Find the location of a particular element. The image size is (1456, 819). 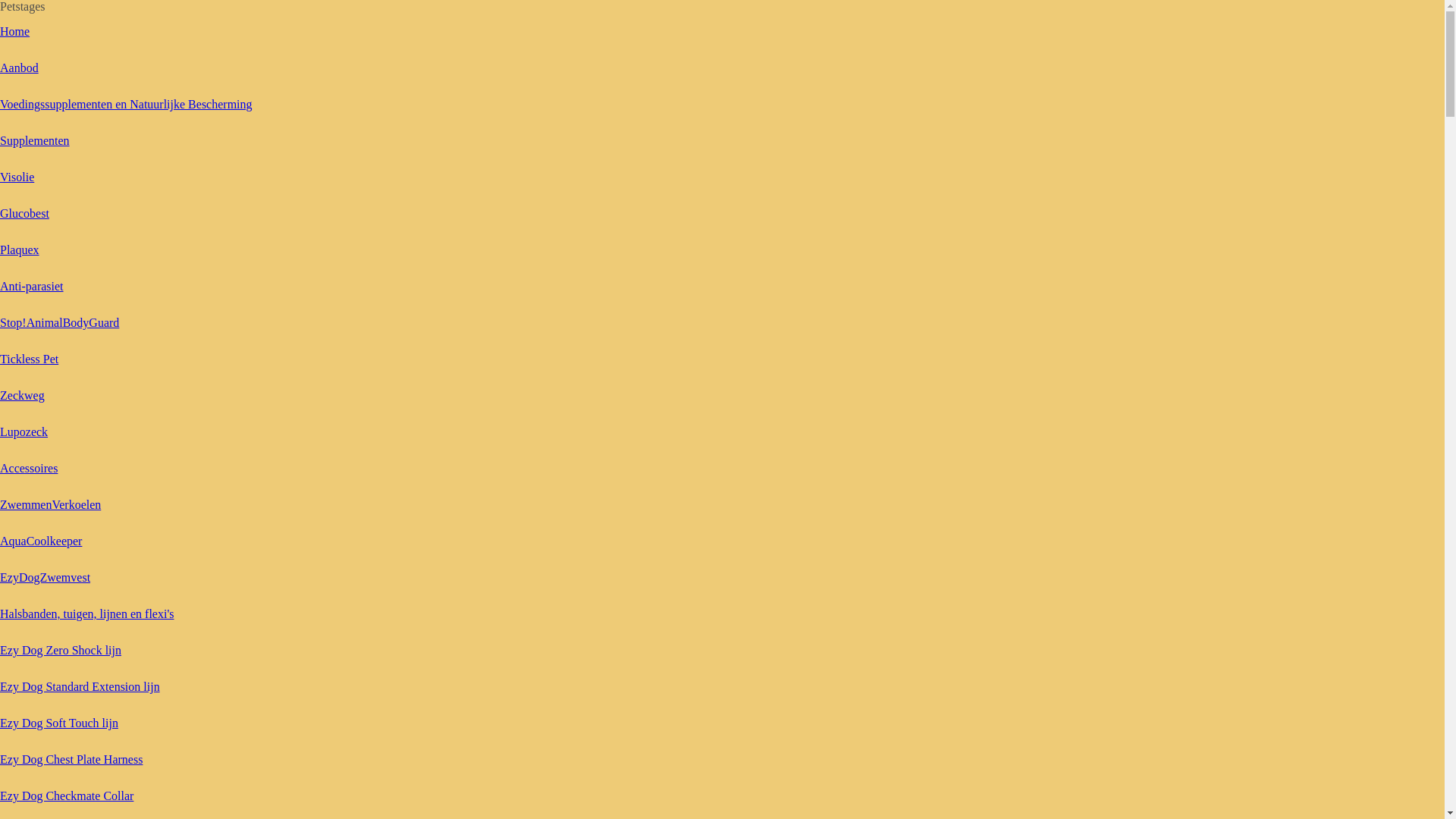

'Zeckweg' is located at coordinates (22, 394).